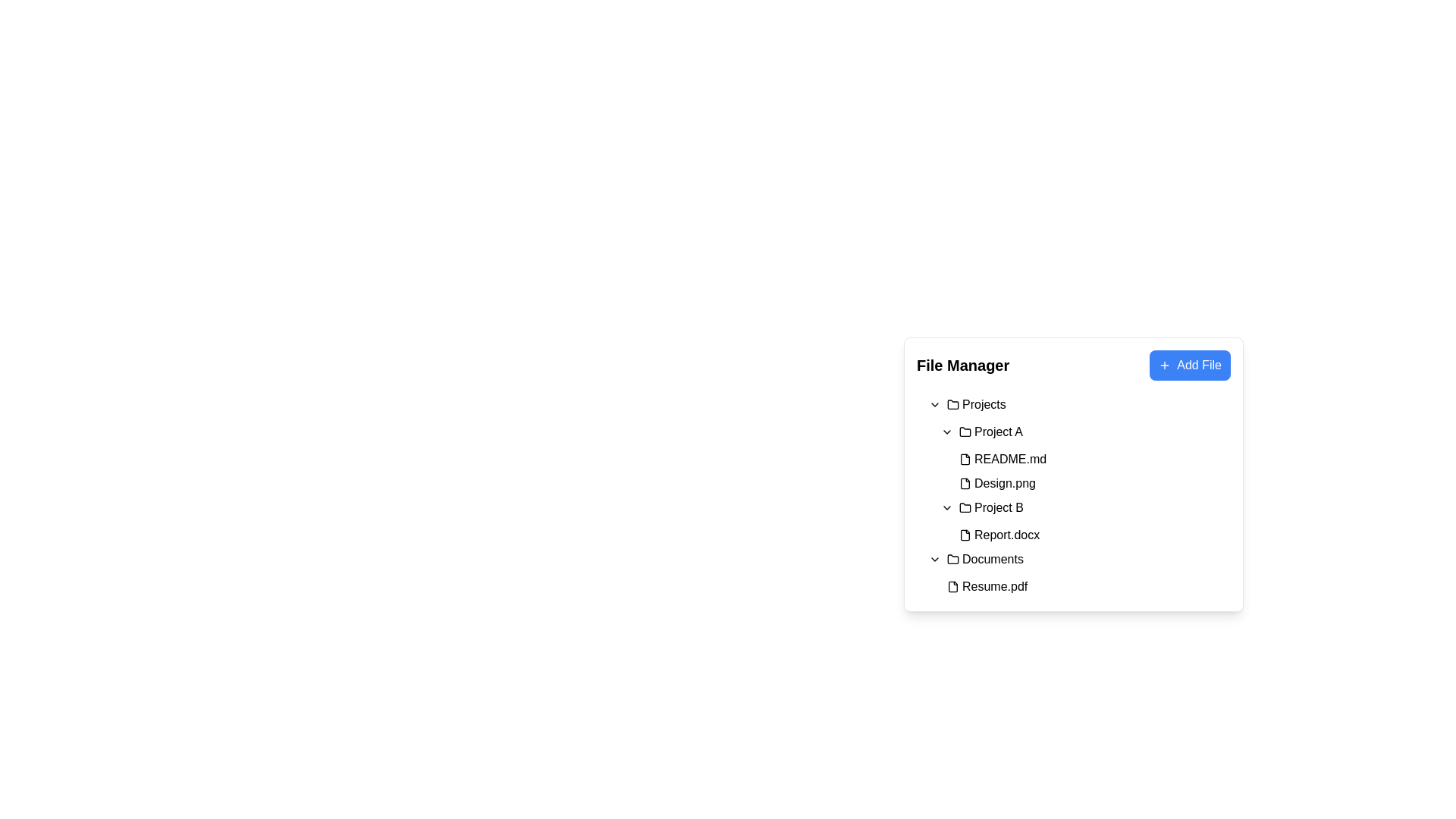 The image size is (1456, 819). I want to click on to select the file entry labeled 'Report.docx' in the 'Project B' folder within the file management interface, so click(1084, 534).